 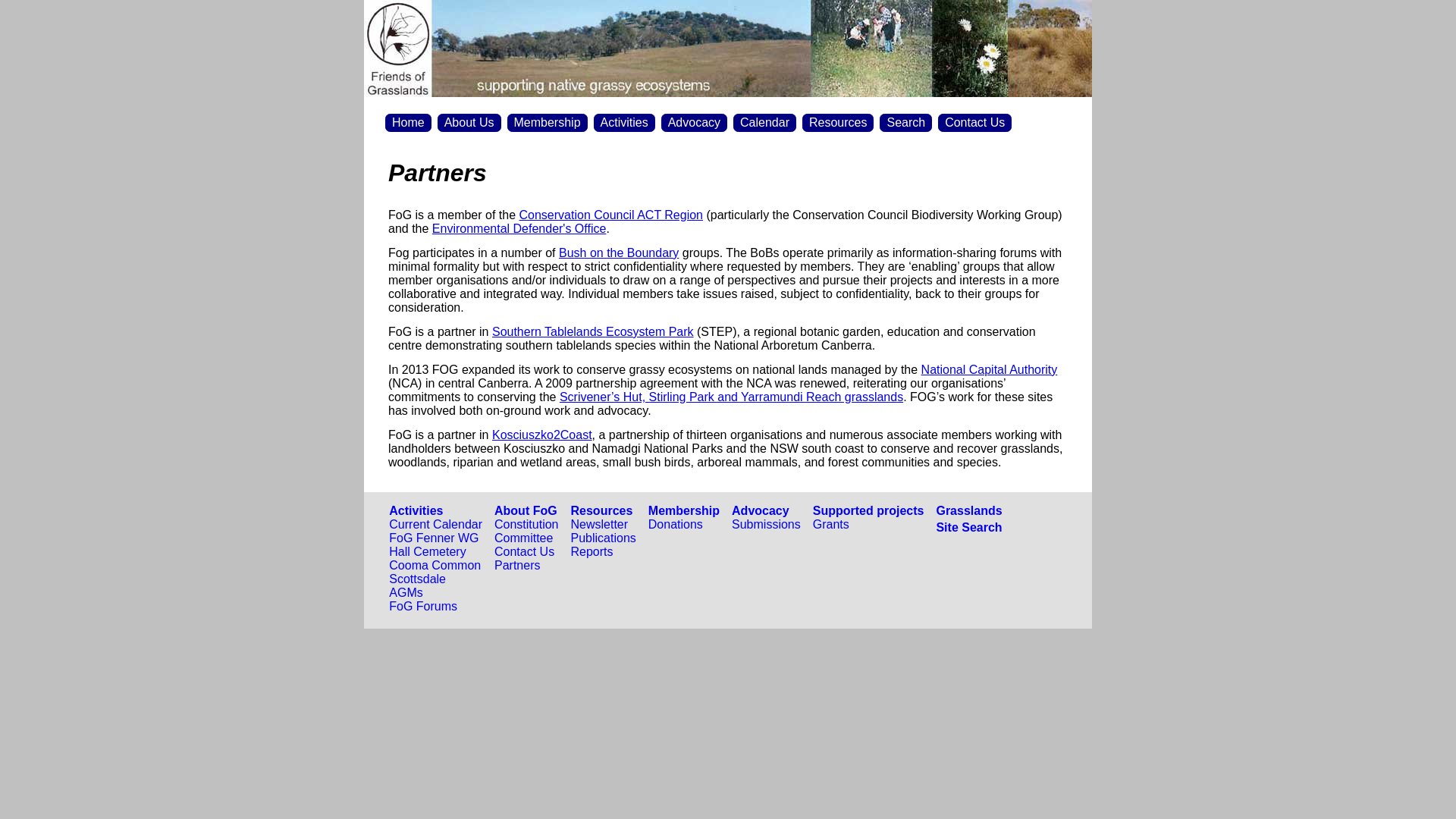 I want to click on 'Contact Us', so click(x=494, y=551).